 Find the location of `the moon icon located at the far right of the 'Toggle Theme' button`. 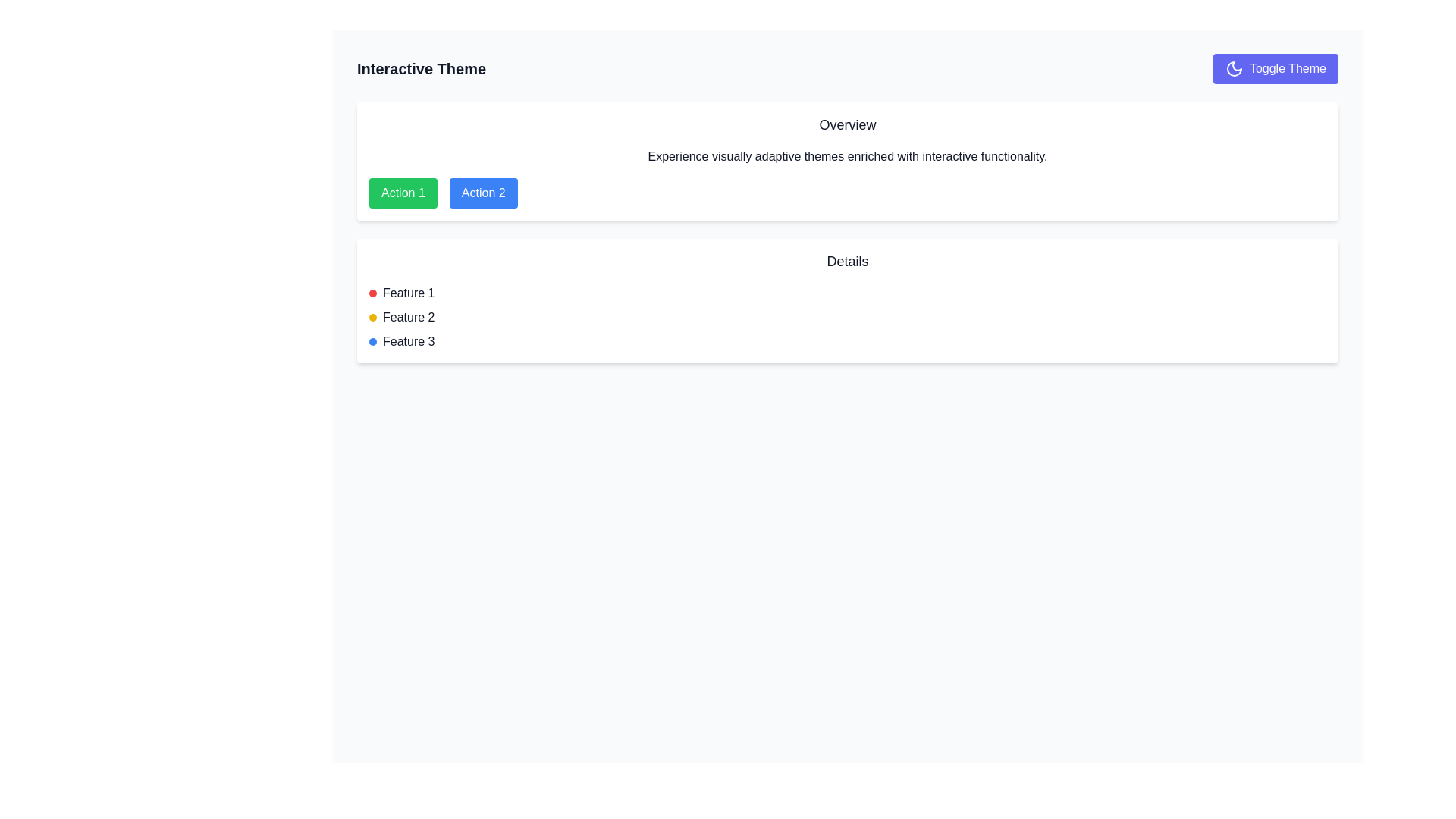

the moon icon located at the far right of the 'Toggle Theme' button is located at coordinates (1234, 69).